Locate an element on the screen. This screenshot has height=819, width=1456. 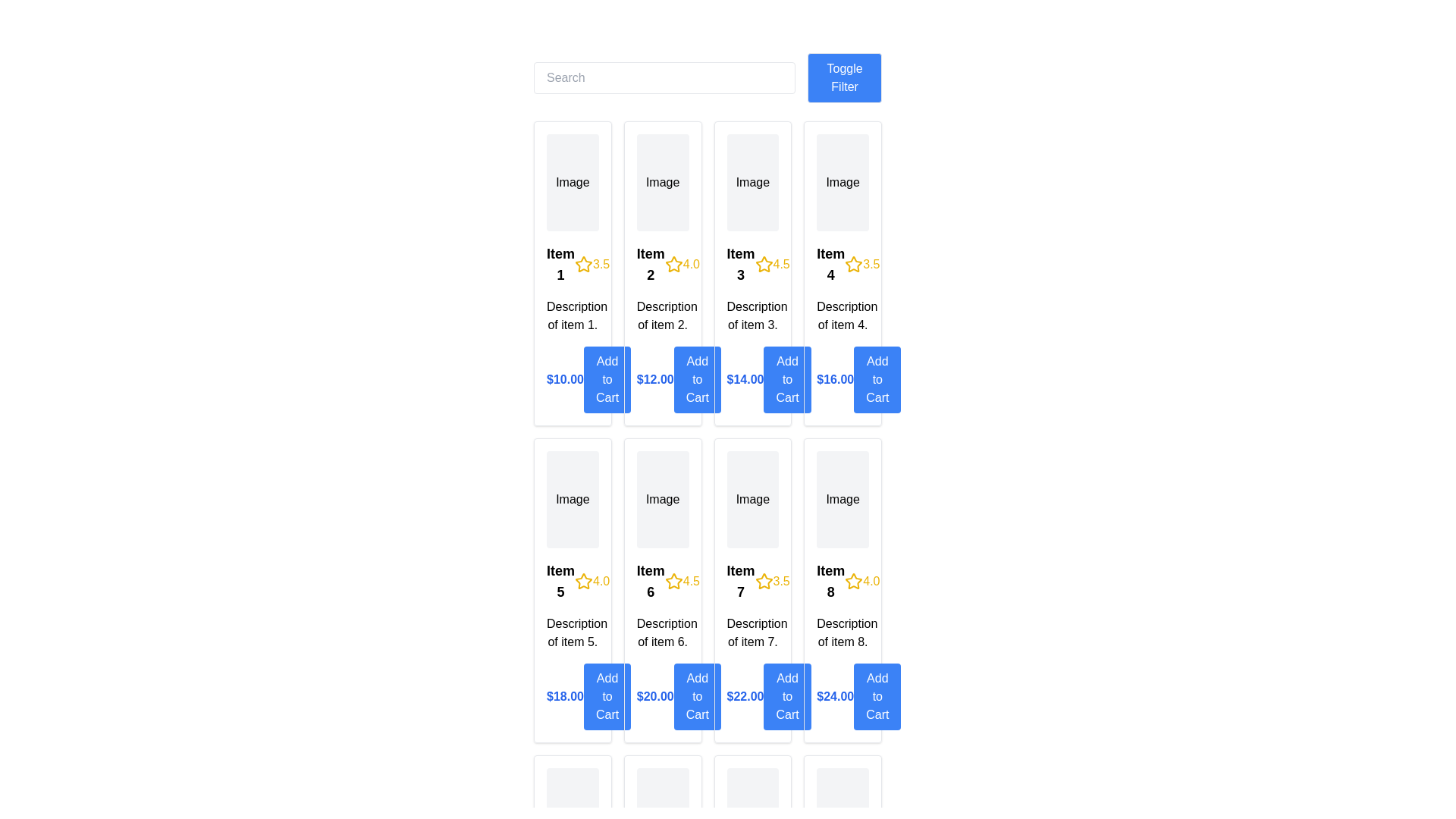
the rating star icon located to the left of the numeric rating '4.0' for 'Item 8' in the second row and fourth column of the item grid is located at coordinates (854, 581).